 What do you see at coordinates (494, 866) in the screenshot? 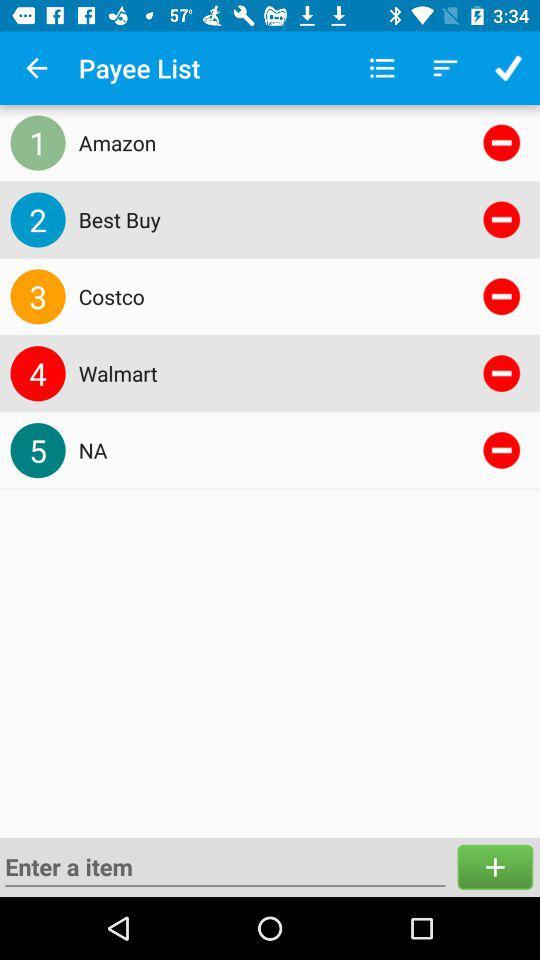
I see `item` at bounding box center [494, 866].